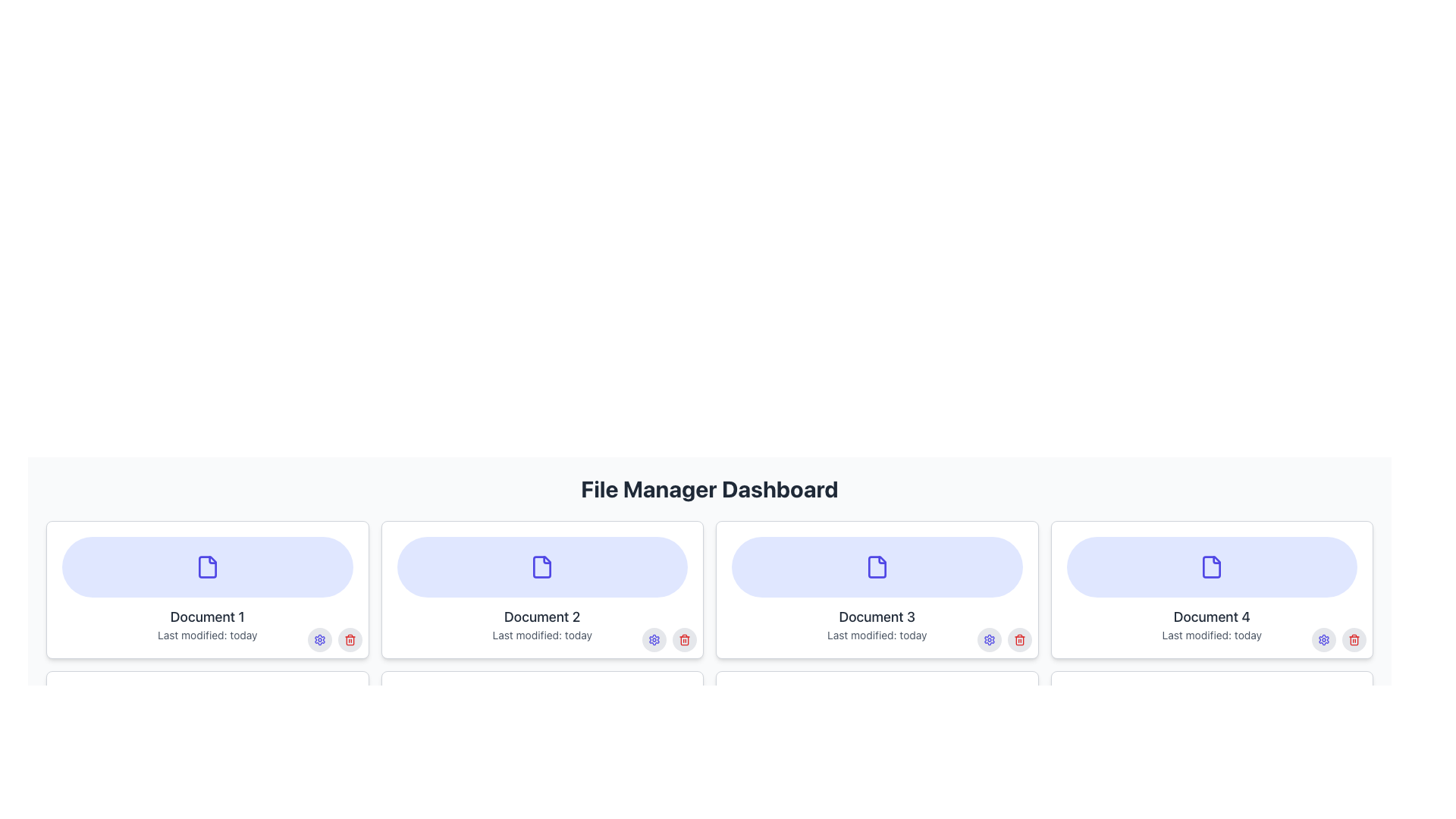 The height and width of the screenshot is (819, 1456). What do you see at coordinates (206, 567) in the screenshot?
I see `the document icon with rounded edges, which is prominently displayed at the center-top of the card labeled 'Document 1'` at bounding box center [206, 567].